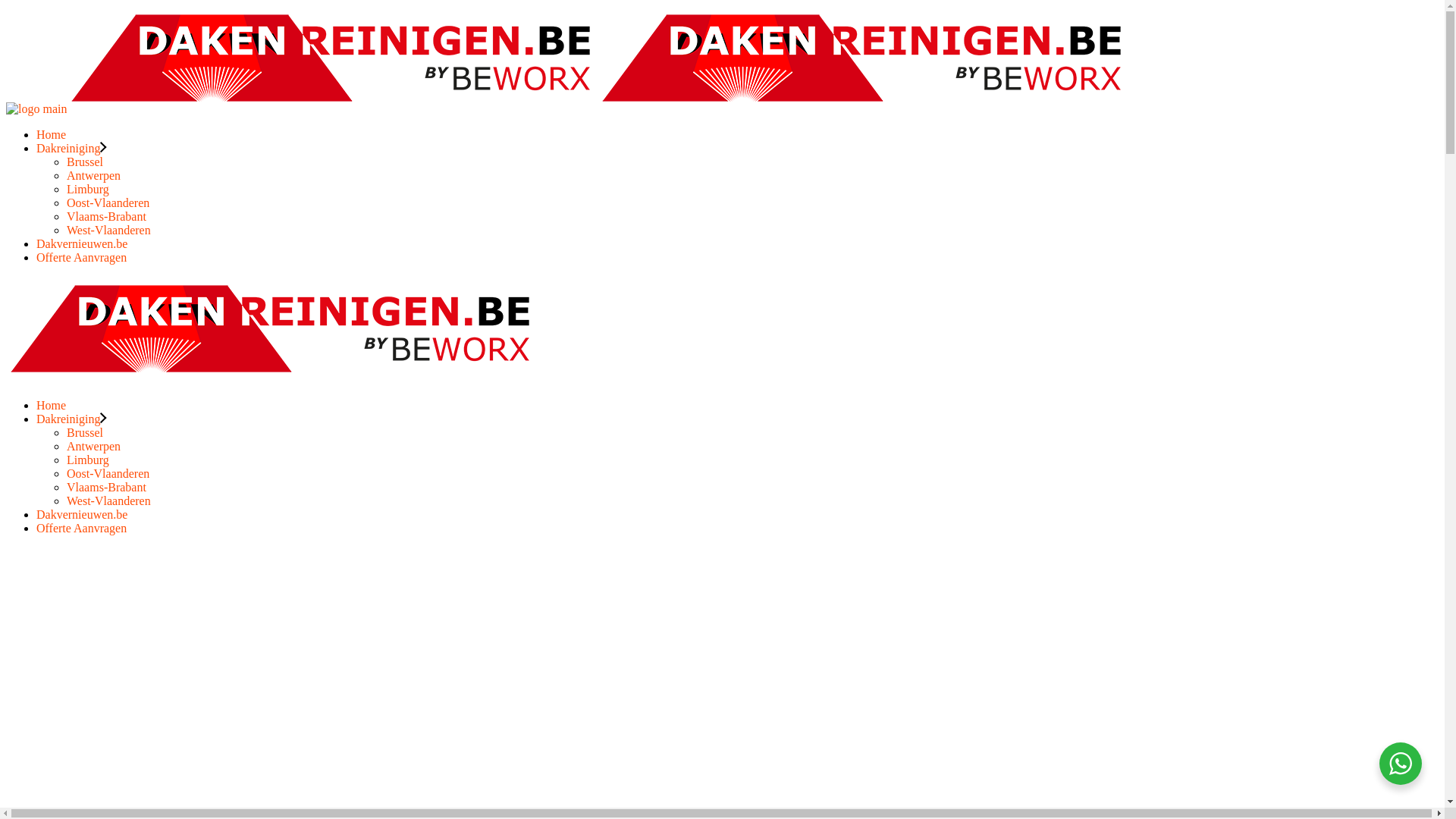 Image resolution: width=1456 pixels, height=819 pixels. What do you see at coordinates (65, 500) in the screenshot?
I see `'West-Vlaanderen'` at bounding box center [65, 500].